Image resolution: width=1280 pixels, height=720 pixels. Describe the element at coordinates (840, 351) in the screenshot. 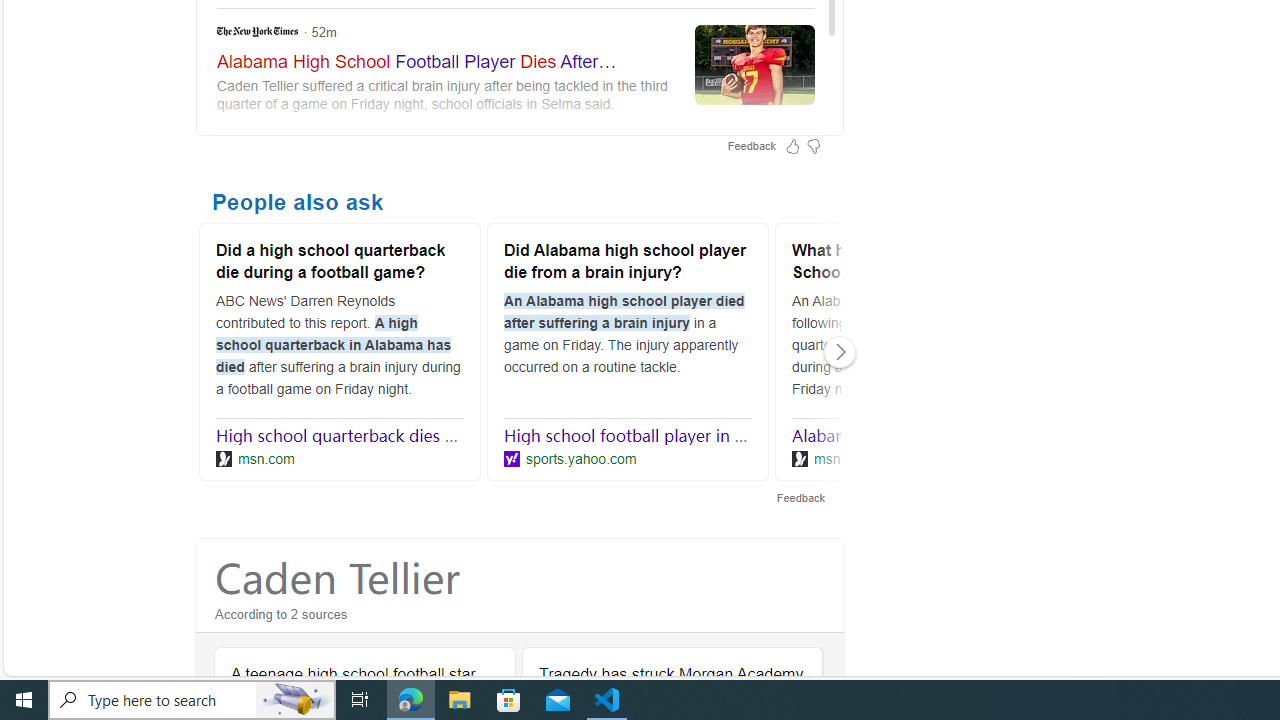

I see `'Click to scroll right'` at that location.